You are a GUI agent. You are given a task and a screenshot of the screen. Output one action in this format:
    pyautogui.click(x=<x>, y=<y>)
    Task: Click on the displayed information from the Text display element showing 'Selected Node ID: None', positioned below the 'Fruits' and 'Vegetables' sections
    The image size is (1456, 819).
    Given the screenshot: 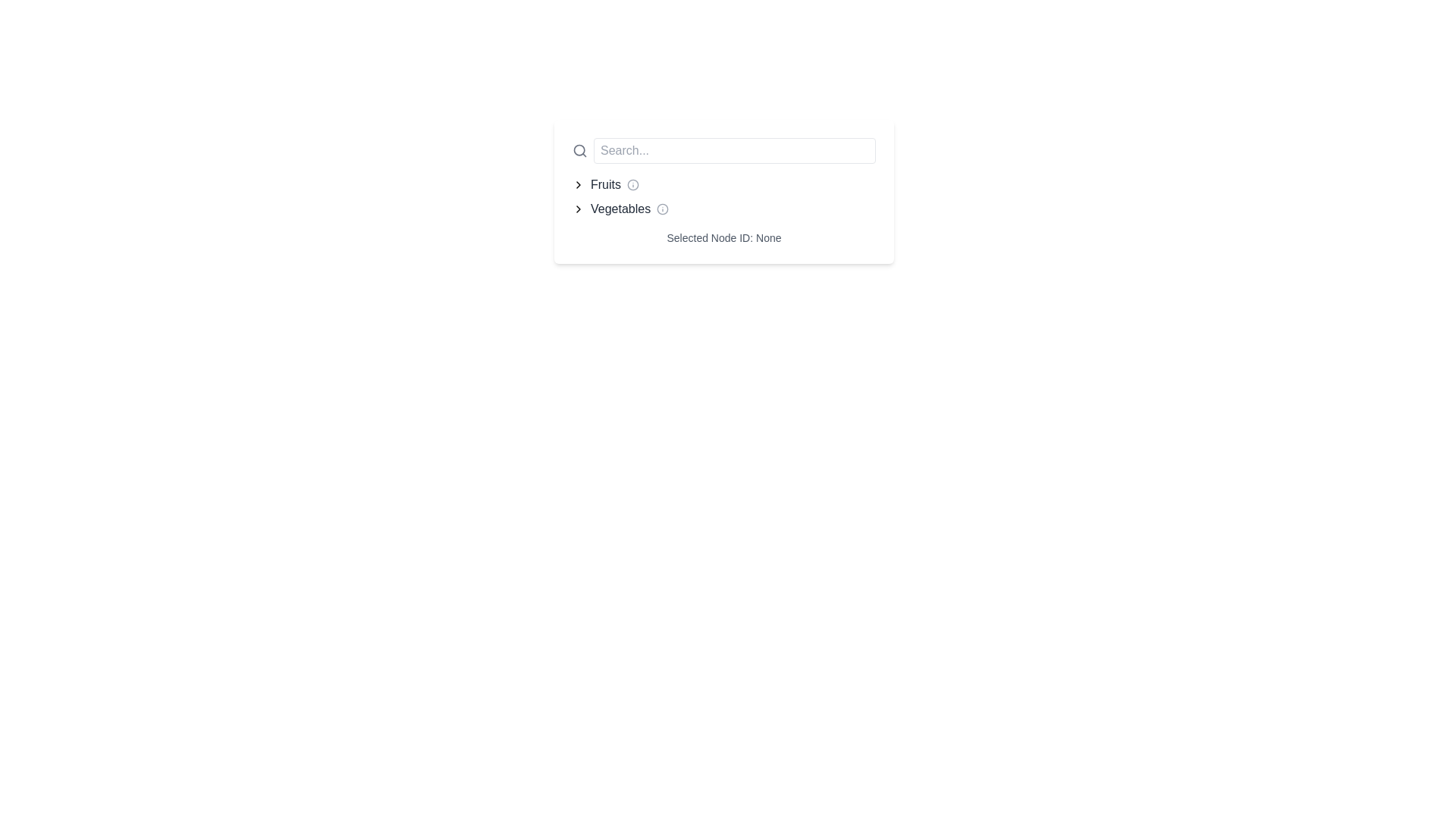 What is the action you would take?
    pyautogui.click(x=723, y=237)
    